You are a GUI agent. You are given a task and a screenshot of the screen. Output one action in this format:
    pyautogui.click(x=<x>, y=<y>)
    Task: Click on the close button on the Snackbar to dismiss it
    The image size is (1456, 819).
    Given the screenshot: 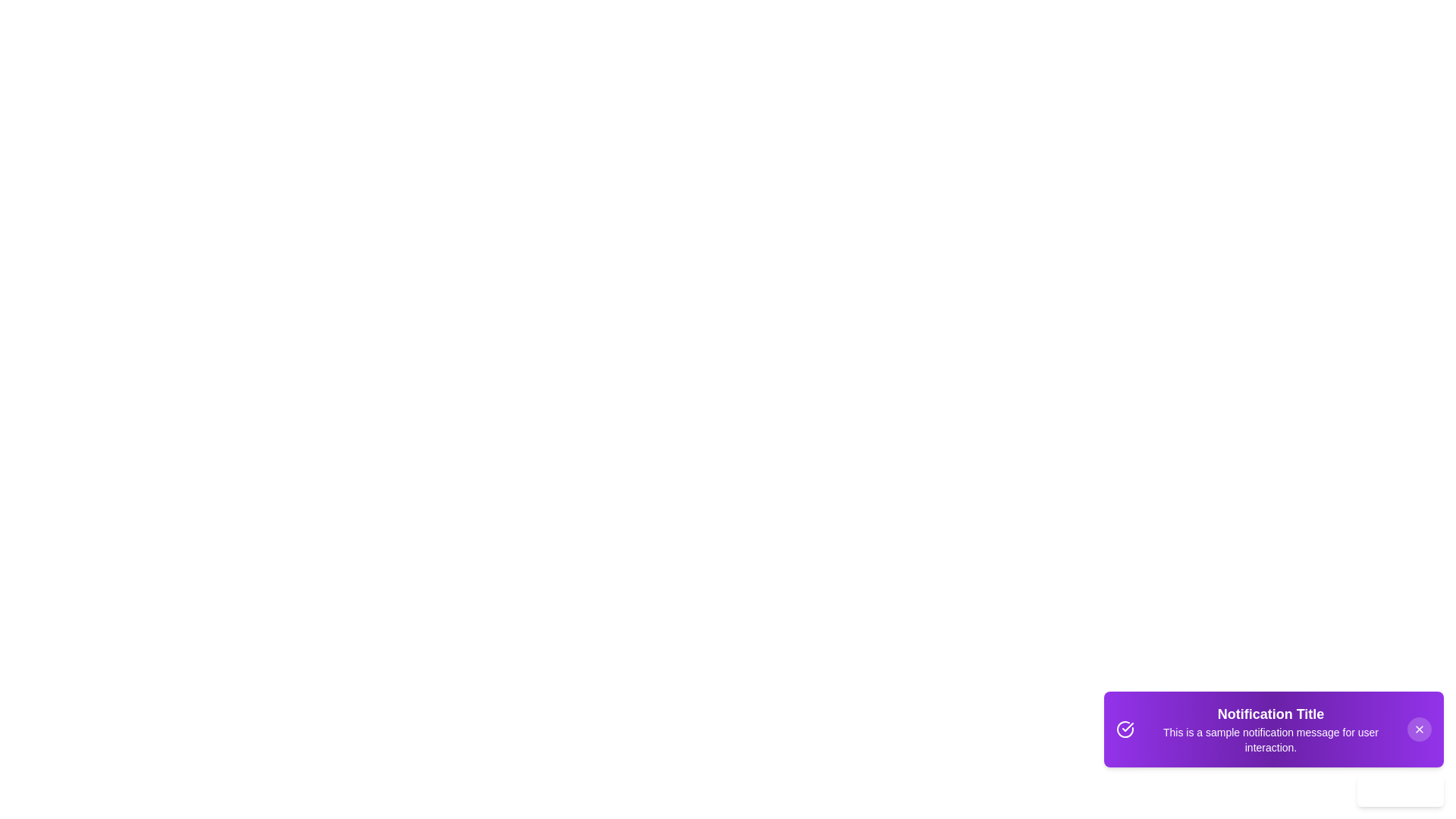 What is the action you would take?
    pyautogui.click(x=1419, y=728)
    